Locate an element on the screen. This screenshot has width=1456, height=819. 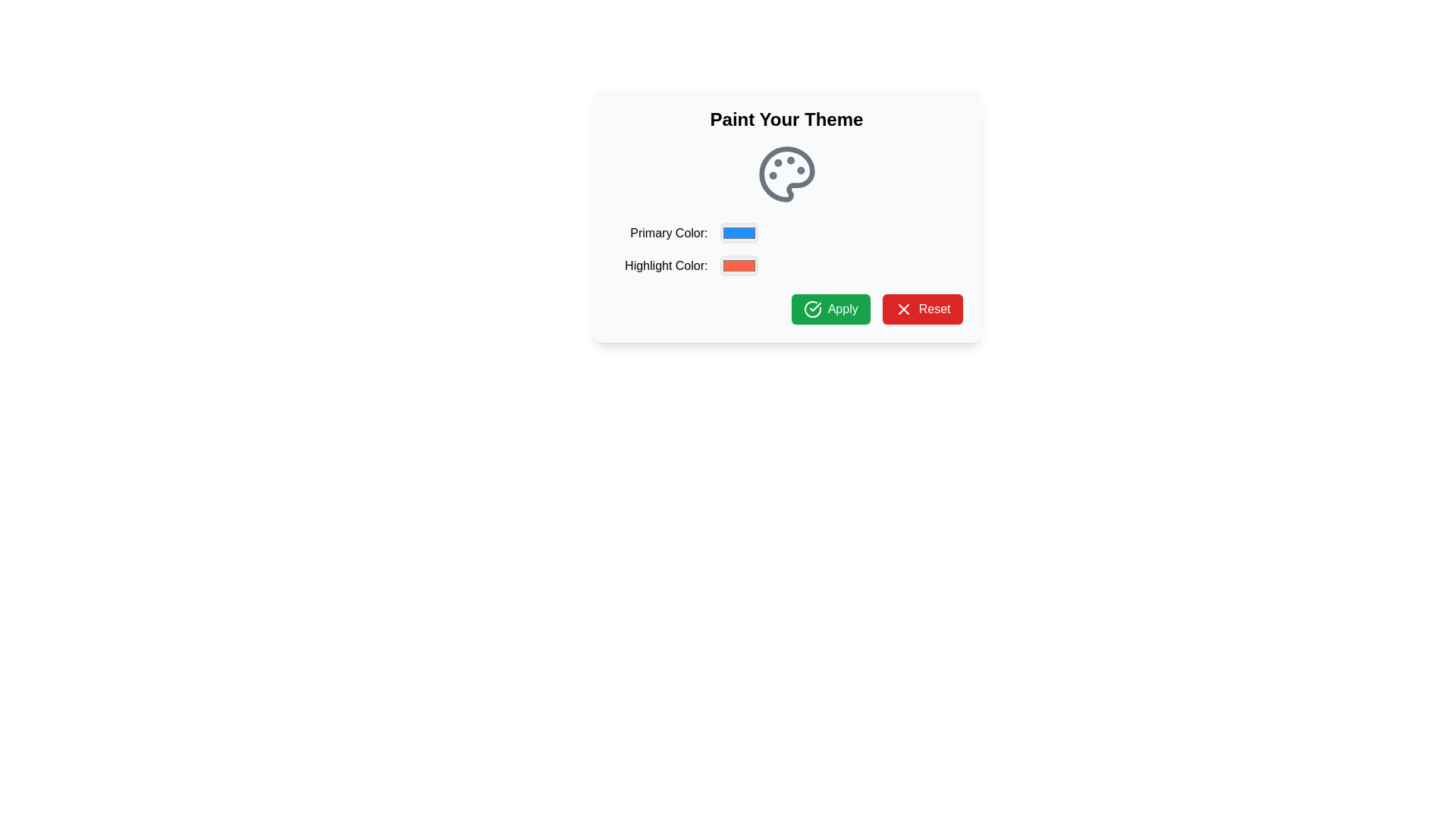
the decorative icon within the 'Reset' button, located at the bottom-right corner of the card-like panel is located at coordinates (903, 309).